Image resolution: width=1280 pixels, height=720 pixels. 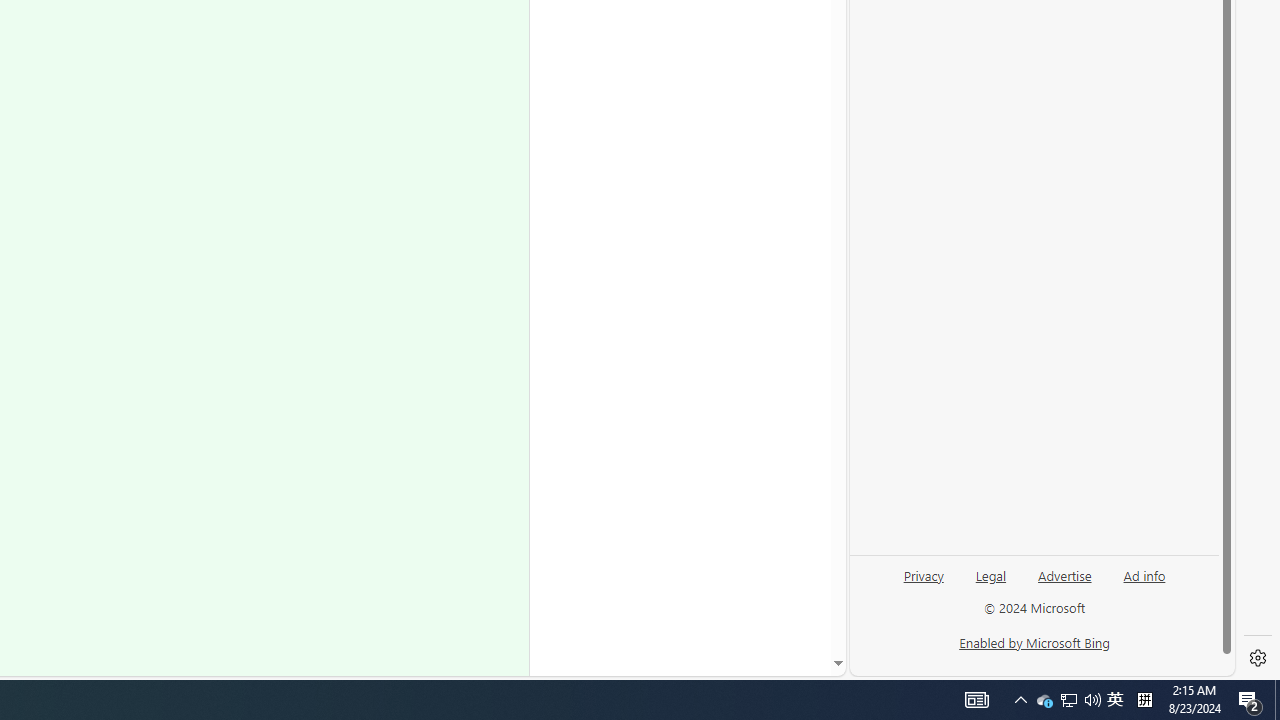 What do you see at coordinates (990, 583) in the screenshot?
I see `'Legal'` at bounding box center [990, 583].